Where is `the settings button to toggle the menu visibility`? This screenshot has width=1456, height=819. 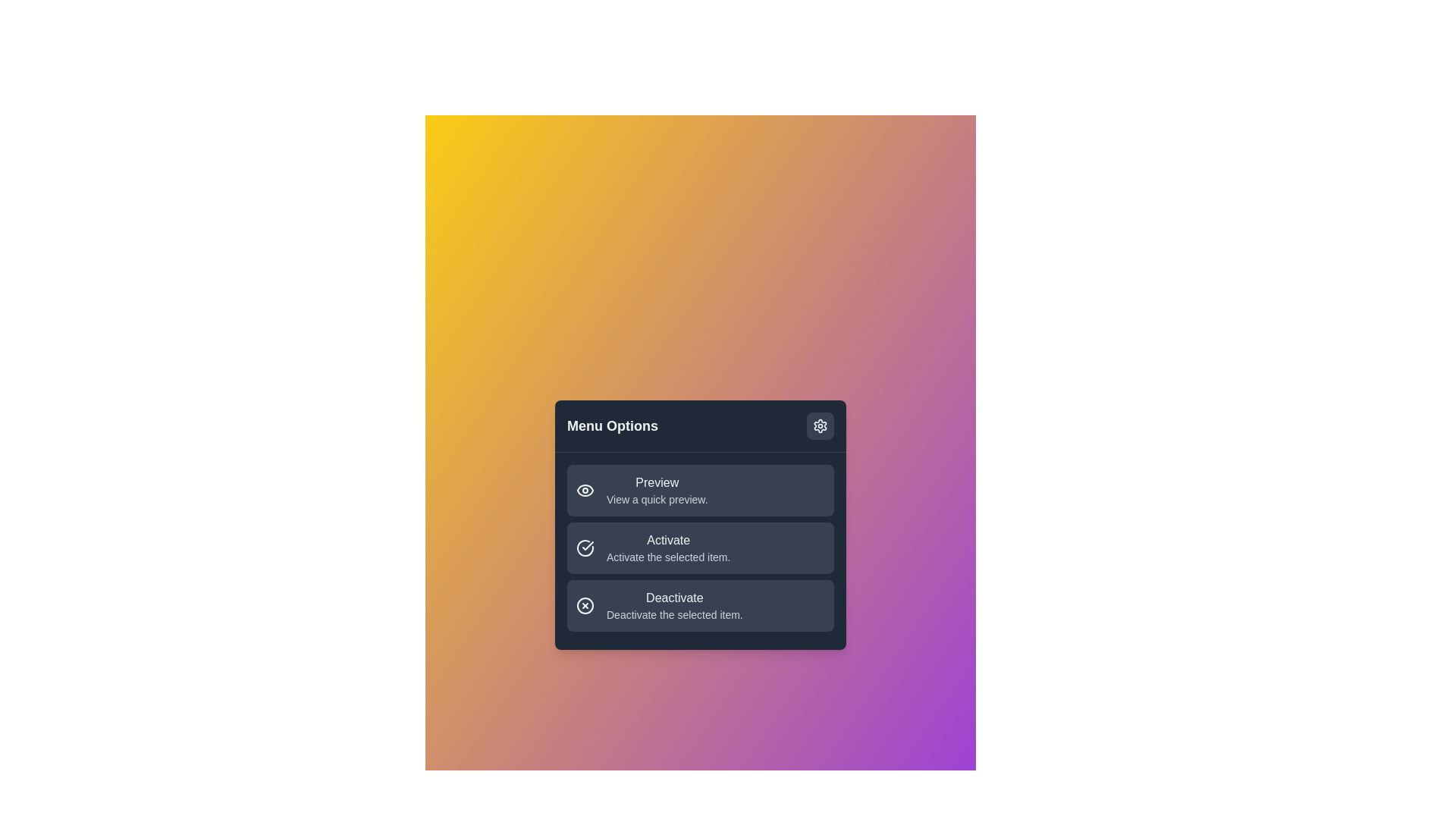
the settings button to toggle the menu visibility is located at coordinates (819, 425).